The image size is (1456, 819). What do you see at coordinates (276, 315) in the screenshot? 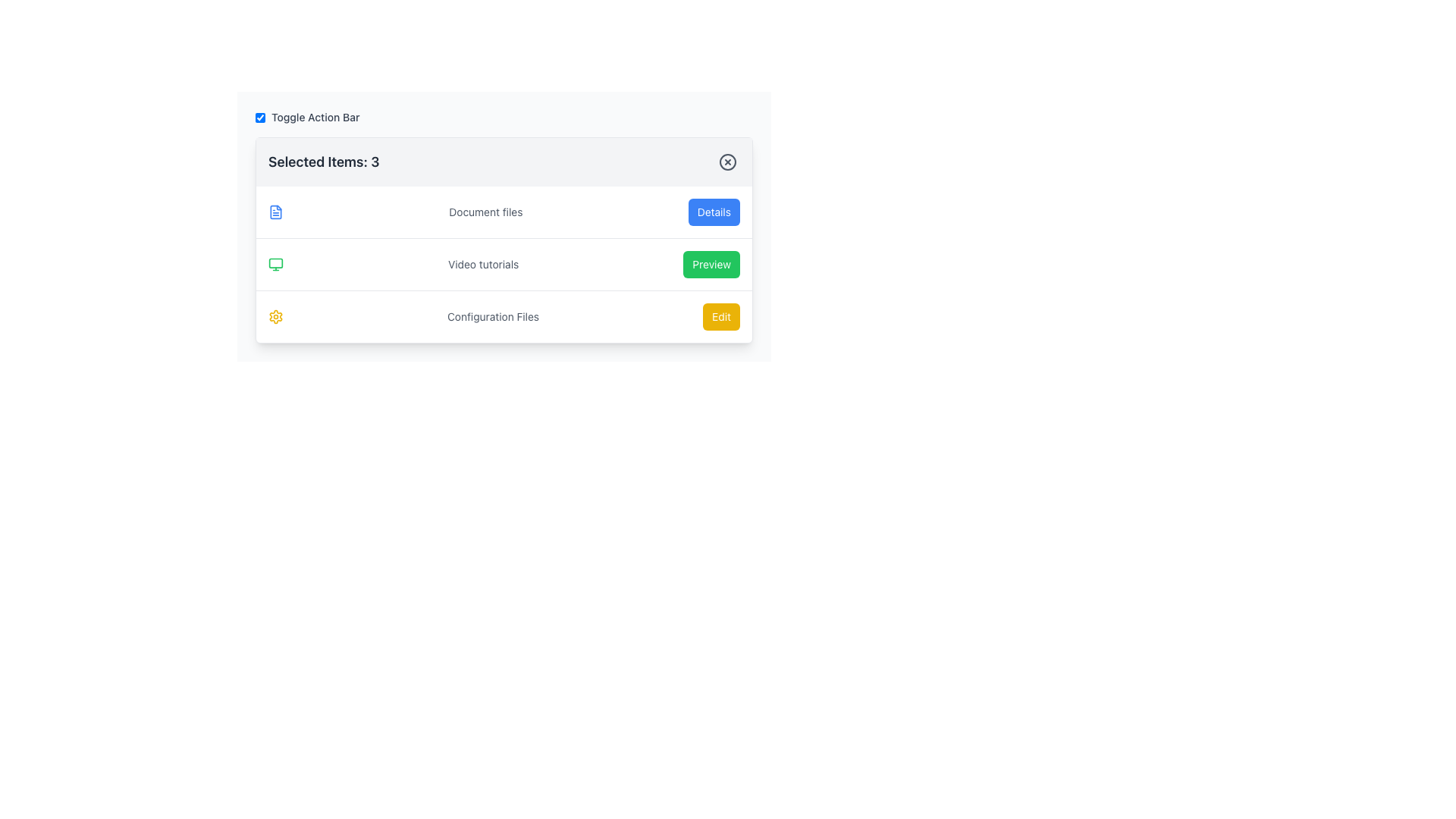
I see `the yellow gear-shaped icon located to the left of the 'Configuration Files' text label in the list interface` at bounding box center [276, 315].